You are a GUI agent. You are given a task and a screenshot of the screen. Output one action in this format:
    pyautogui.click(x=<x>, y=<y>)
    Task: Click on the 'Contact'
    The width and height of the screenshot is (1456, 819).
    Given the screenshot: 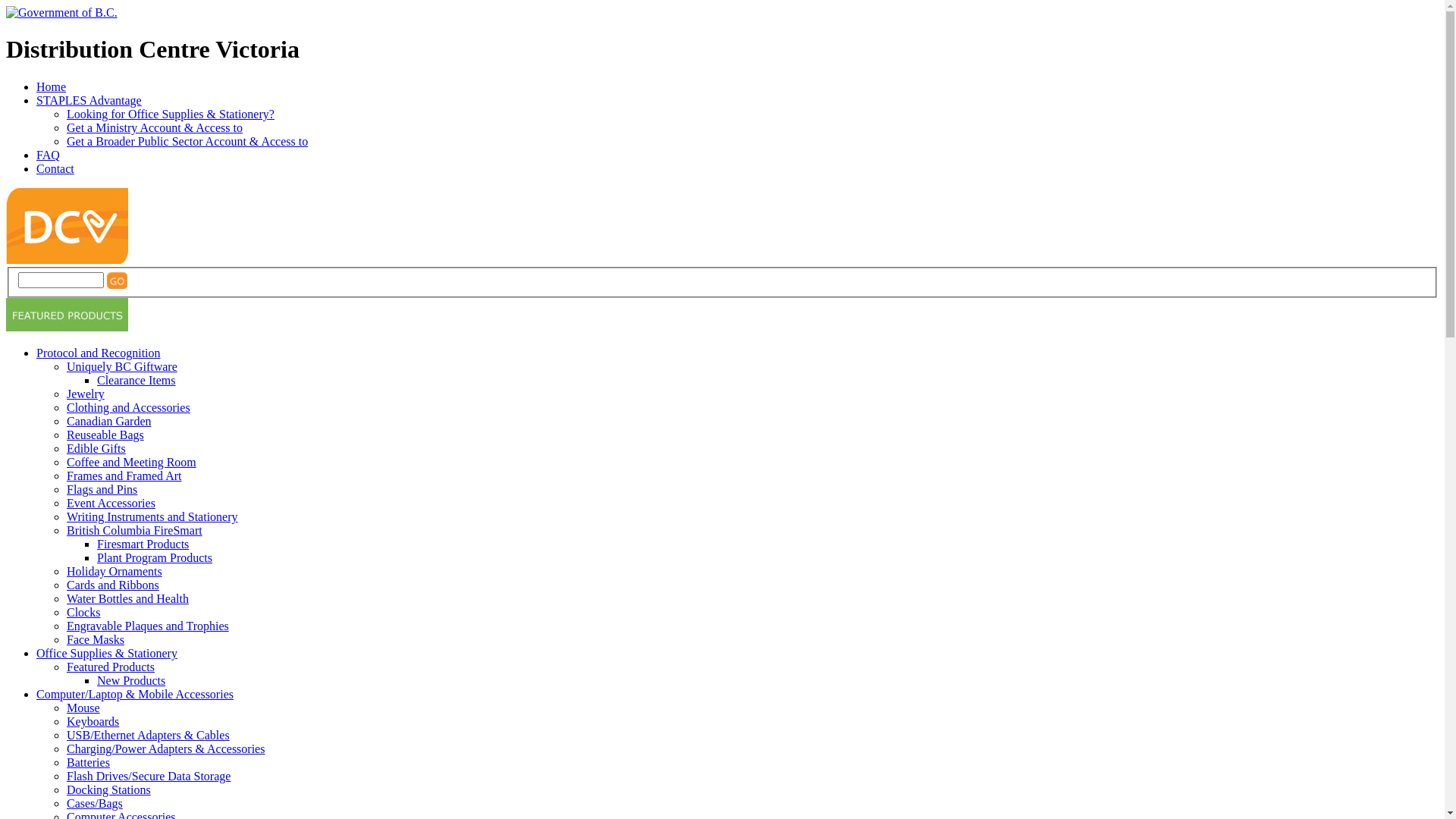 What is the action you would take?
    pyautogui.click(x=55, y=168)
    